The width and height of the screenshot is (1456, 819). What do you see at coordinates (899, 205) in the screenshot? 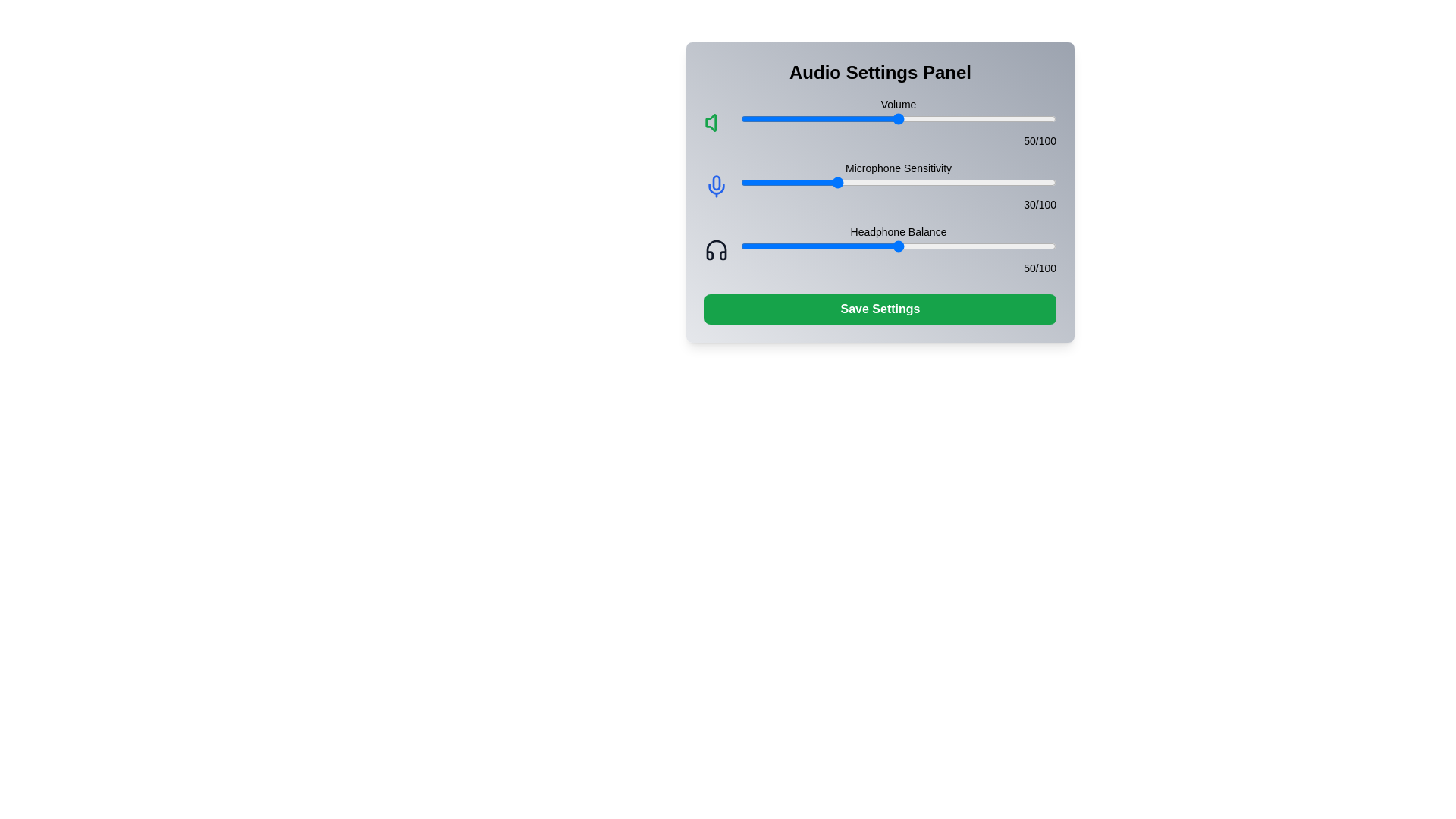
I see `the static text label displaying '30/100' located in the 'Microphone Sensitivity' section, aligned to the right of the horizontal slider` at bounding box center [899, 205].